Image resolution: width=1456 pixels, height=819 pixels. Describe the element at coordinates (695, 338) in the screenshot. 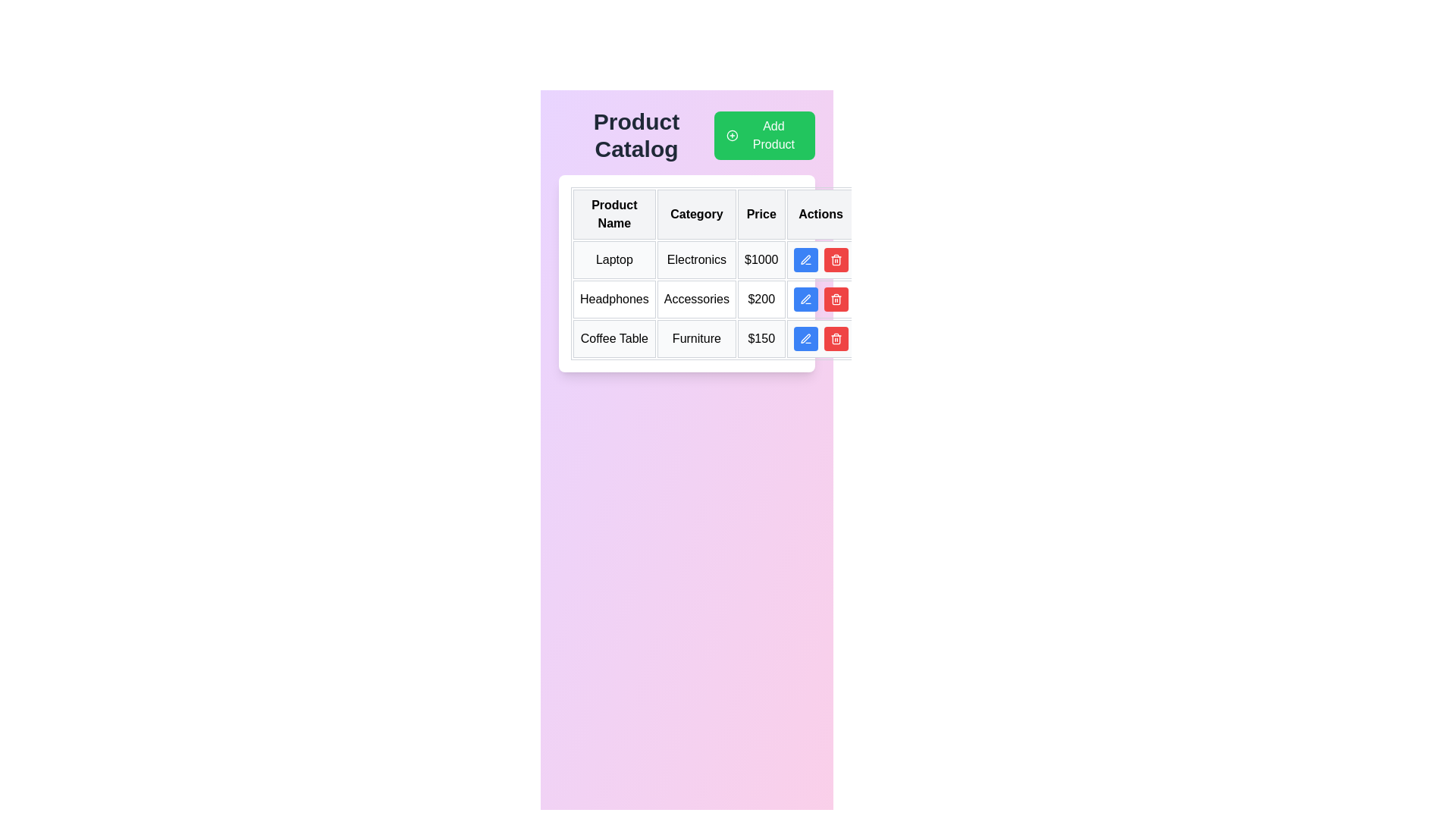

I see `the text label displaying the category information for the product` at that location.